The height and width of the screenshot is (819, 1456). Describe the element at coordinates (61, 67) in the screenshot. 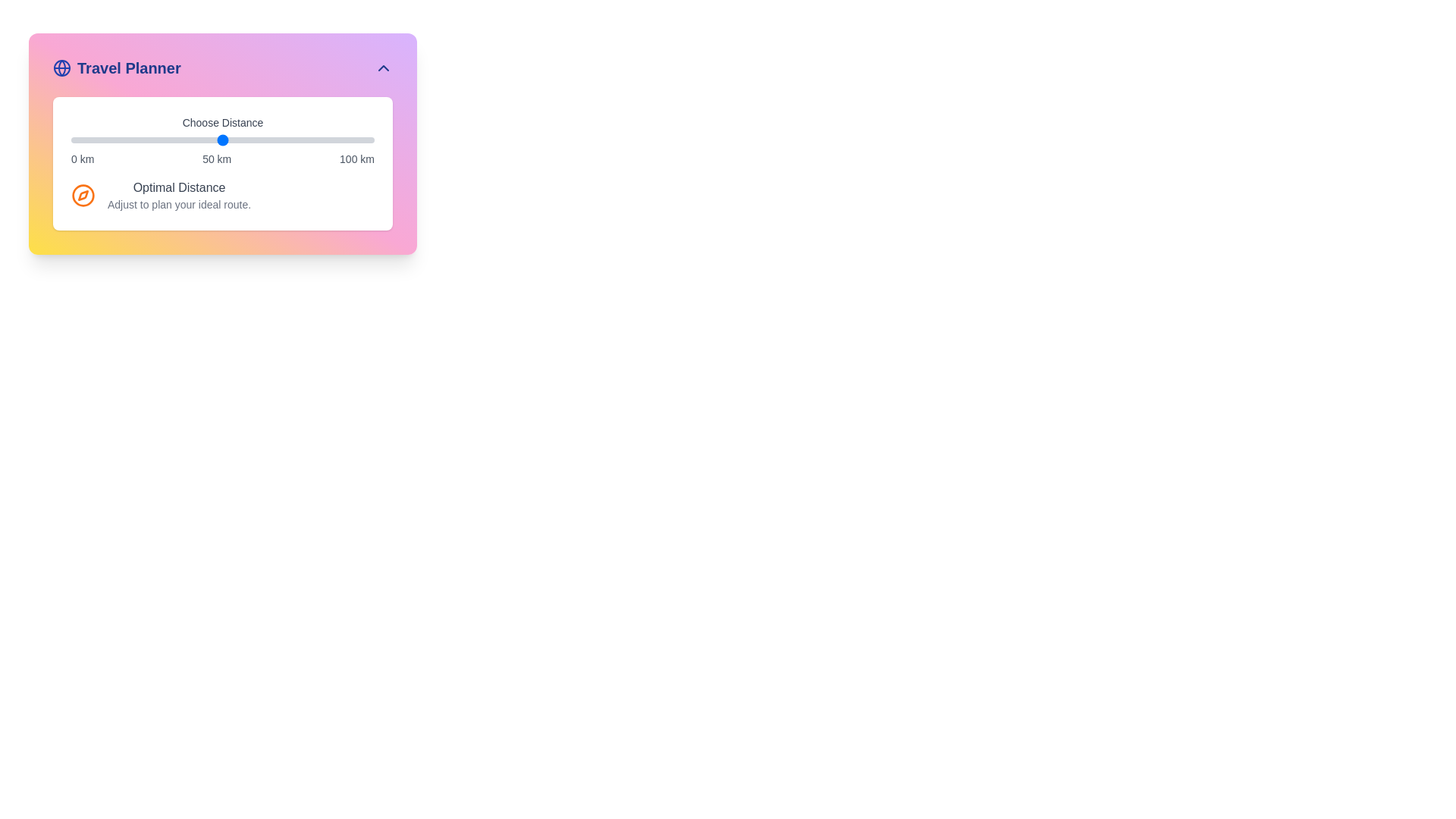

I see `the central circle of the globe icon SVG element, which is a vector graphic component with a radius of 10 units` at that location.